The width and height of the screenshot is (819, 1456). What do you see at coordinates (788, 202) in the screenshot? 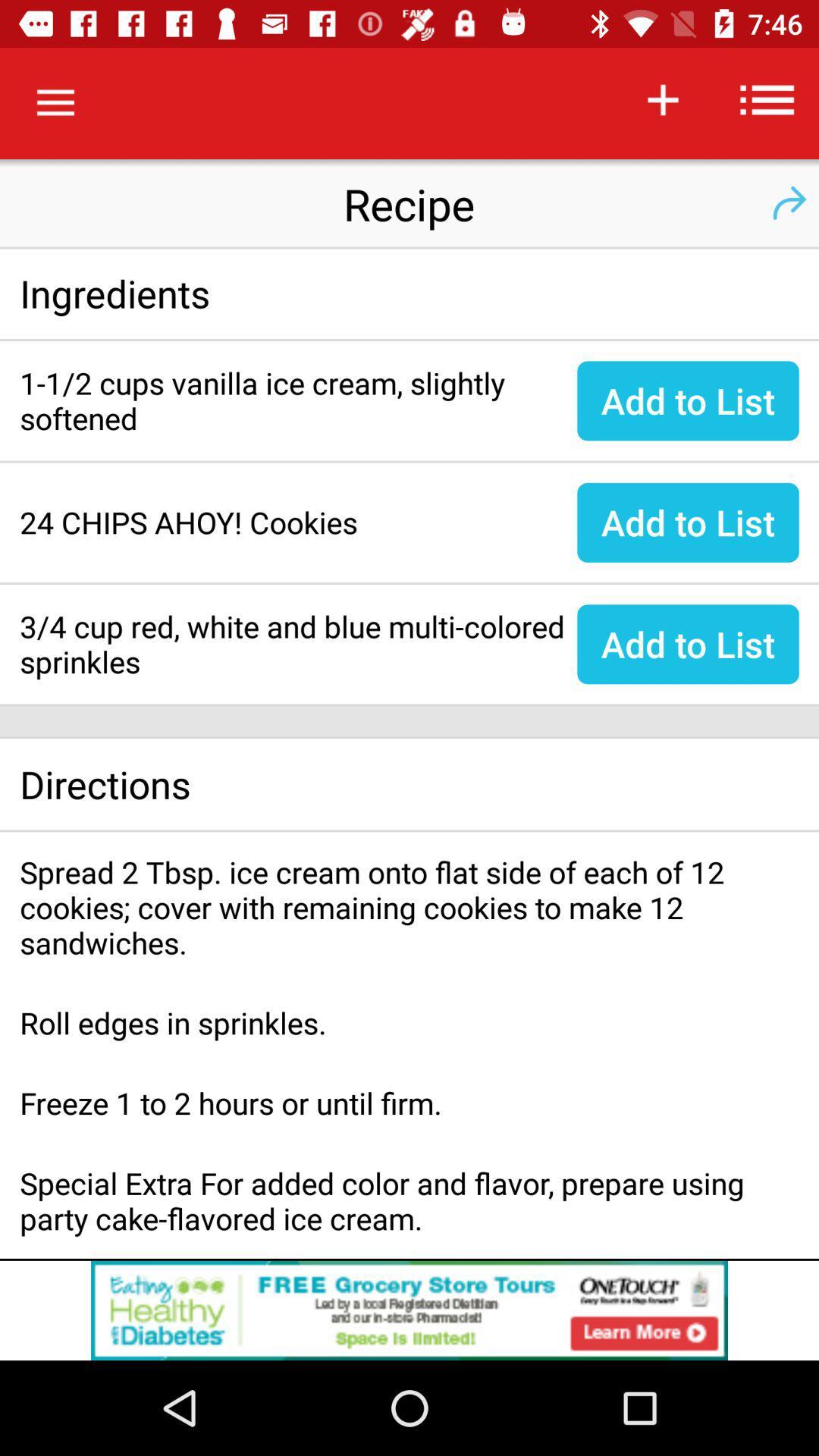
I see `the redo icon` at bounding box center [788, 202].